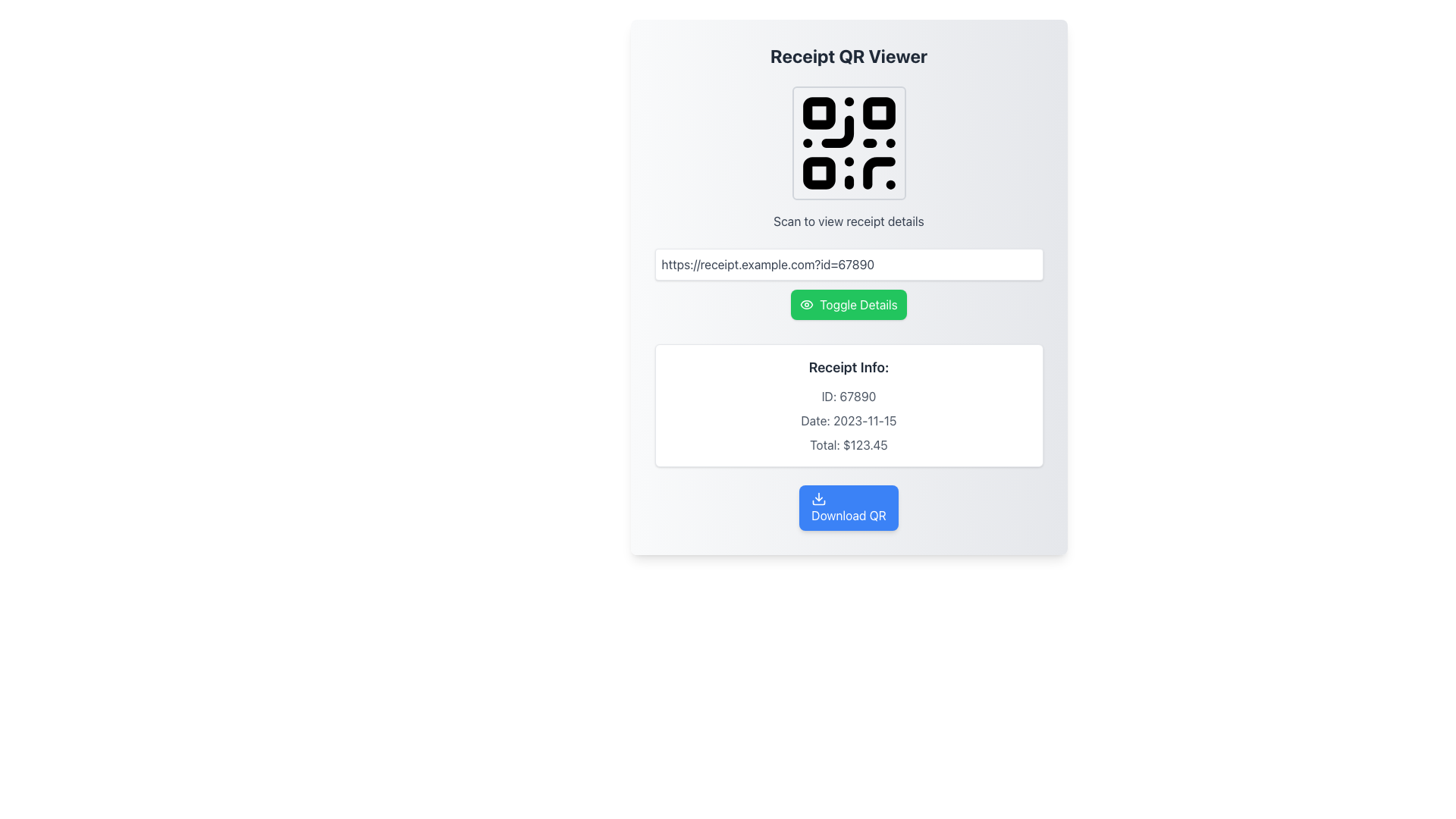  What do you see at coordinates (818, 112) in the screenshot?
I see `the small rounded square located in the top-left region of the QR code image, which is the first of the small squares in the QR code structure` at bounding box center [818, 112].